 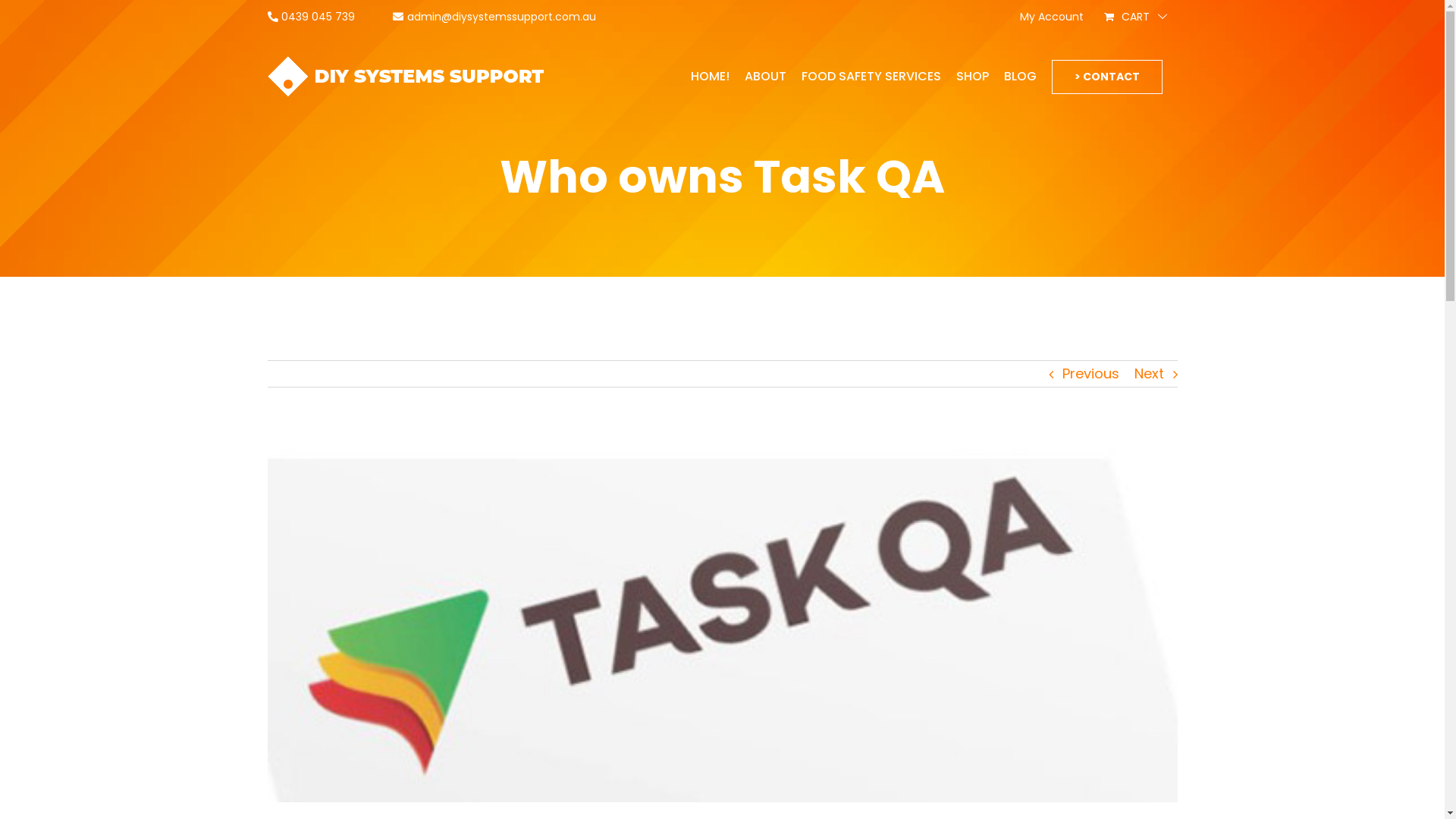 I want to click on '0439 045 739', so click(x=309, y=17).